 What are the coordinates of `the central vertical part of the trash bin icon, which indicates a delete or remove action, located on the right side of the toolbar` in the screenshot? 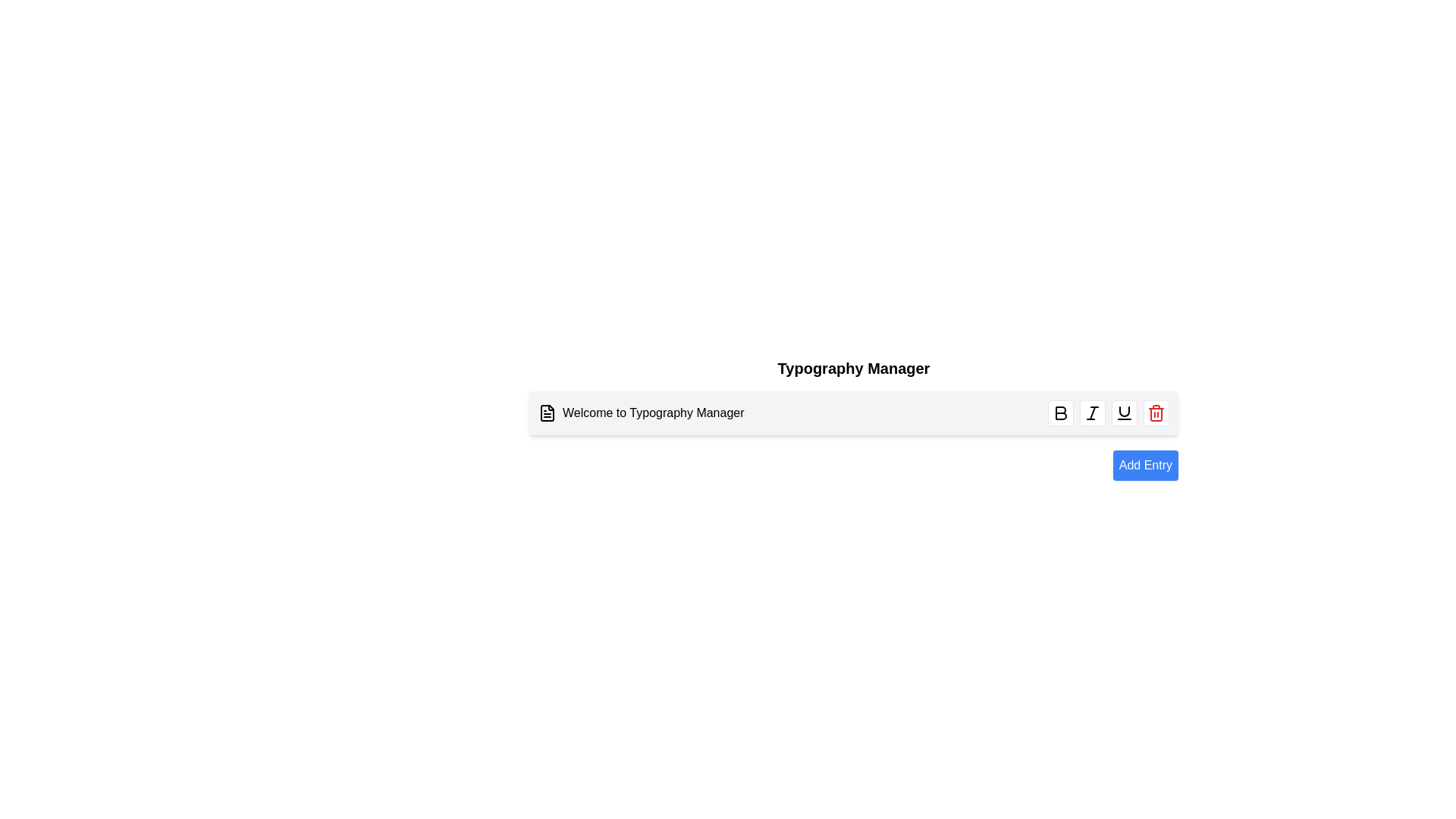 It's located at (1156, 415).